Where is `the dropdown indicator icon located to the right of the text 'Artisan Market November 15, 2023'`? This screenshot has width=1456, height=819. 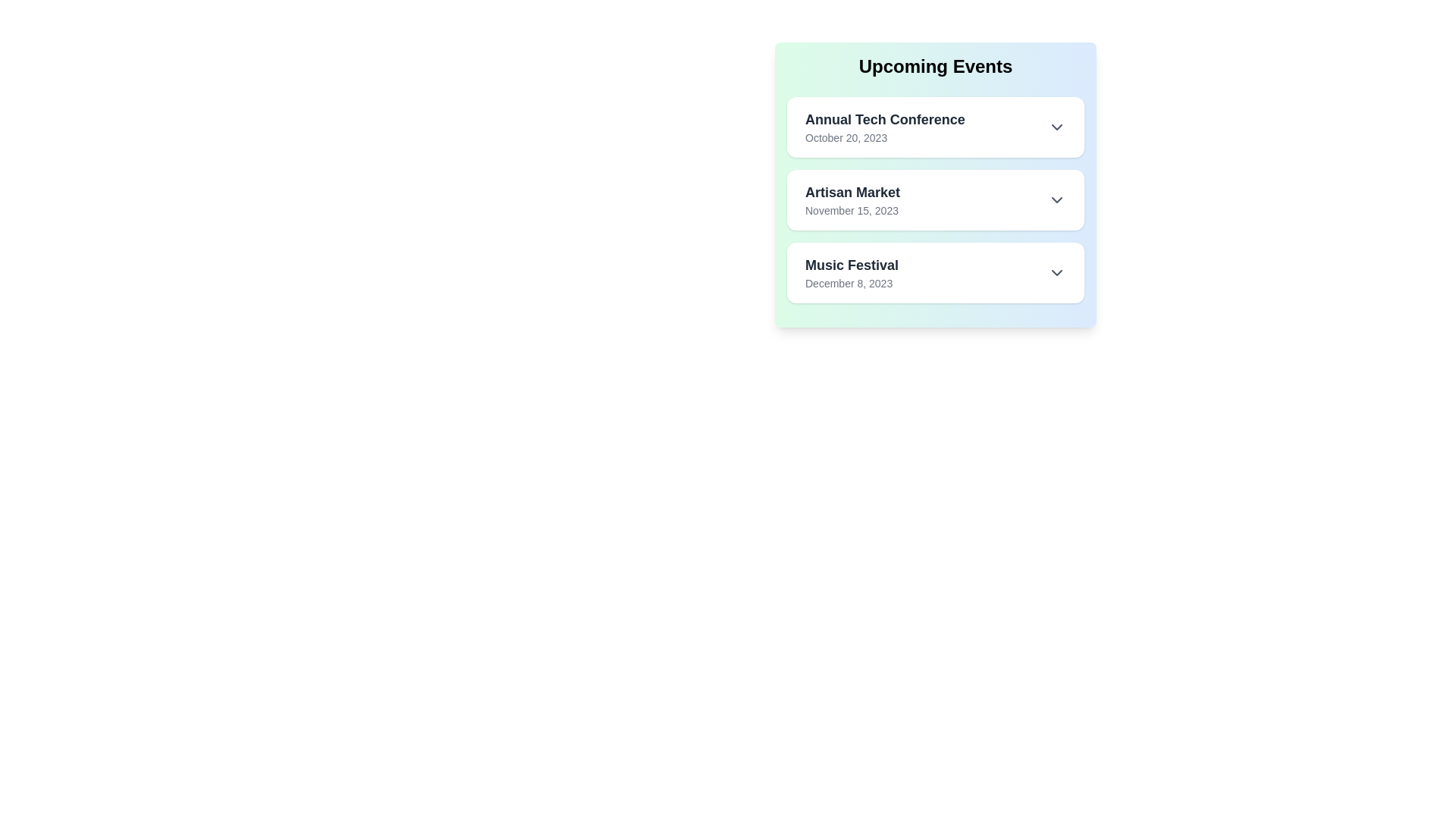 the dropdown indicator icon located to the right of the text 'Artisan Market November 15, 2023' is located at coordinates (1056, 199).